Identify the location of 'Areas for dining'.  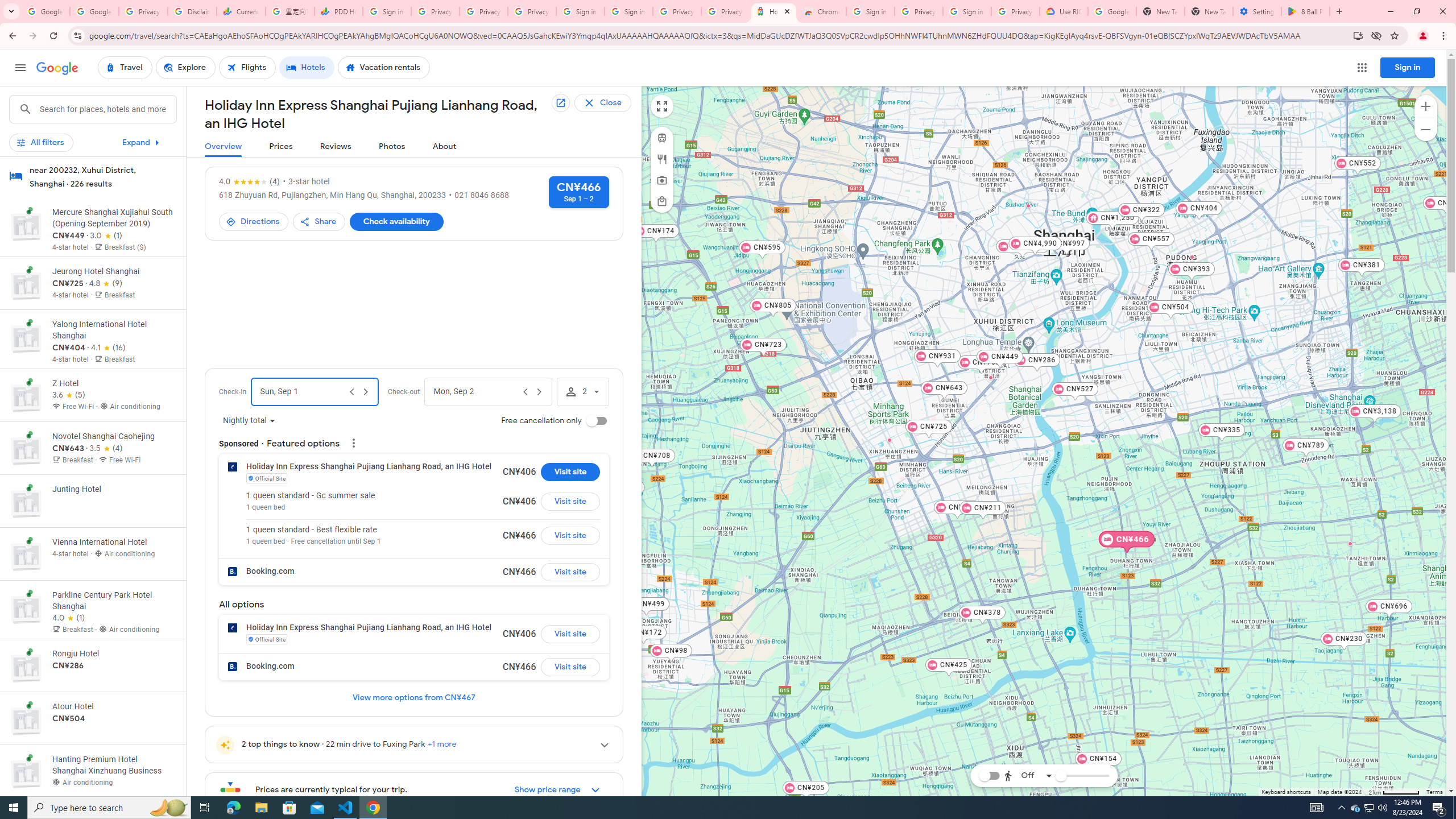
(661, 159).